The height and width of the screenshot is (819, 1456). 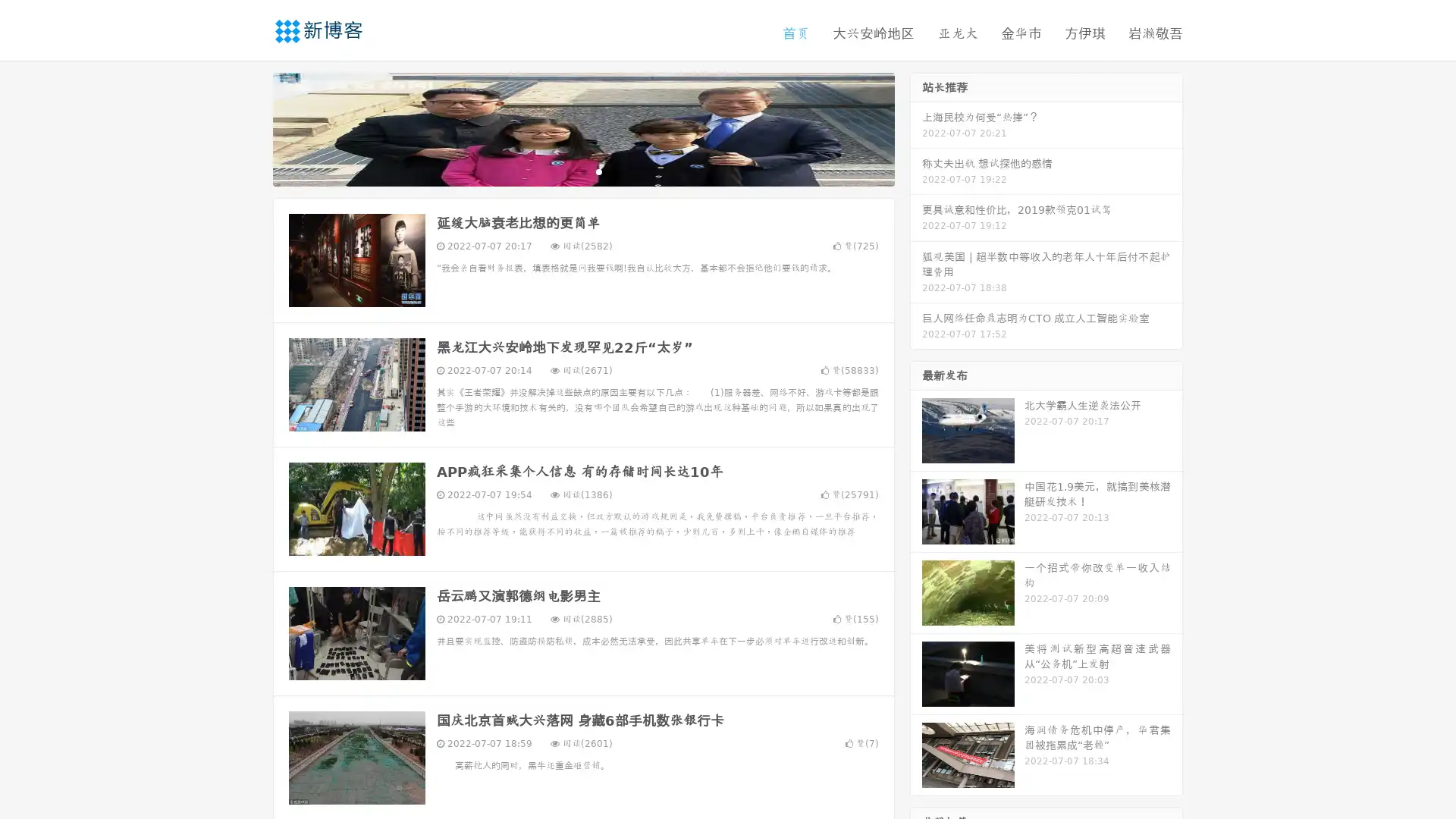 What do you see at coordinates (916, 127) in the screenshot?
I see `Next slide` at bounding box center [916, 127].